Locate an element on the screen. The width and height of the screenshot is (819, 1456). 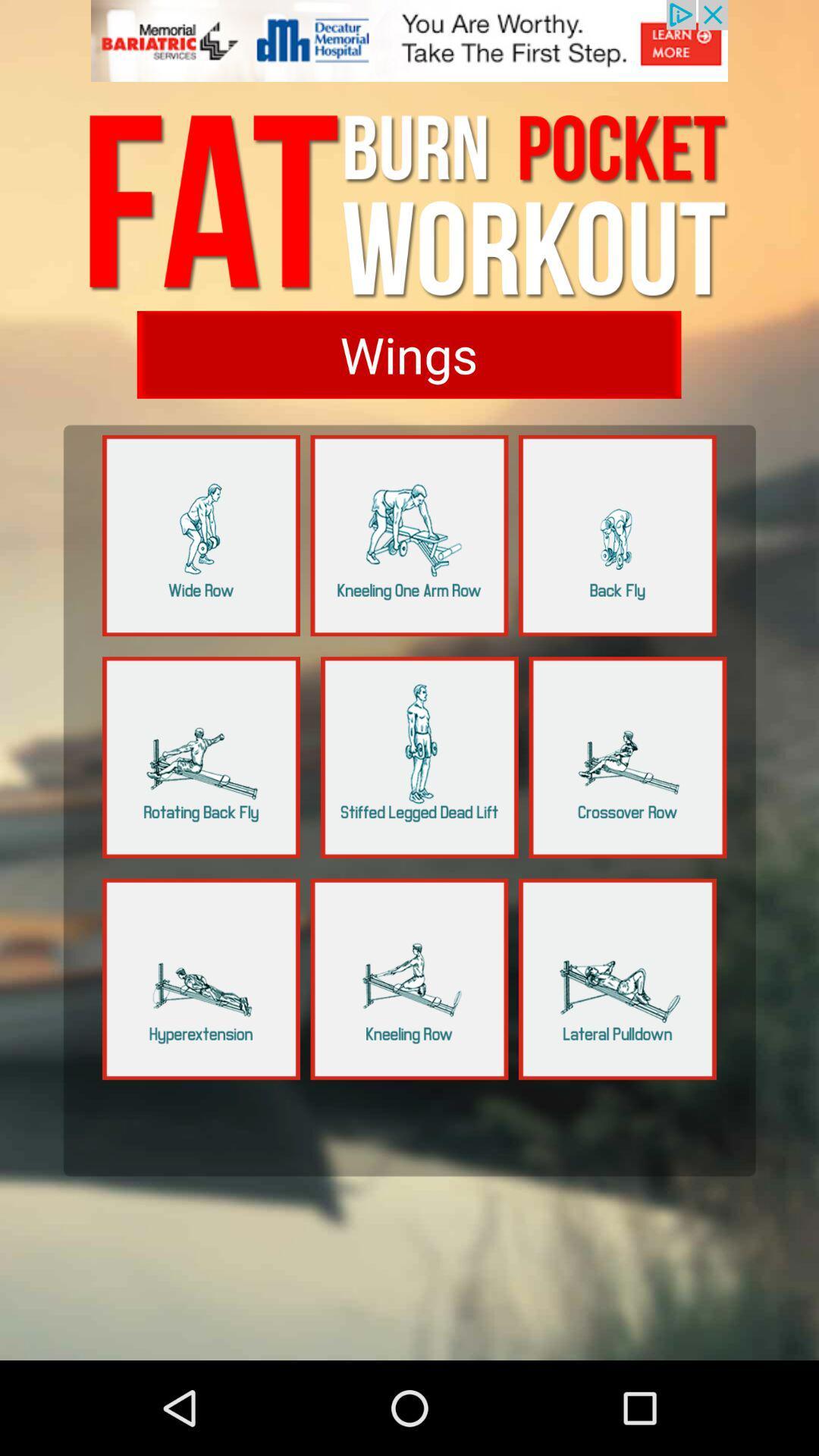
show the add is located at coordinates (409, 49).